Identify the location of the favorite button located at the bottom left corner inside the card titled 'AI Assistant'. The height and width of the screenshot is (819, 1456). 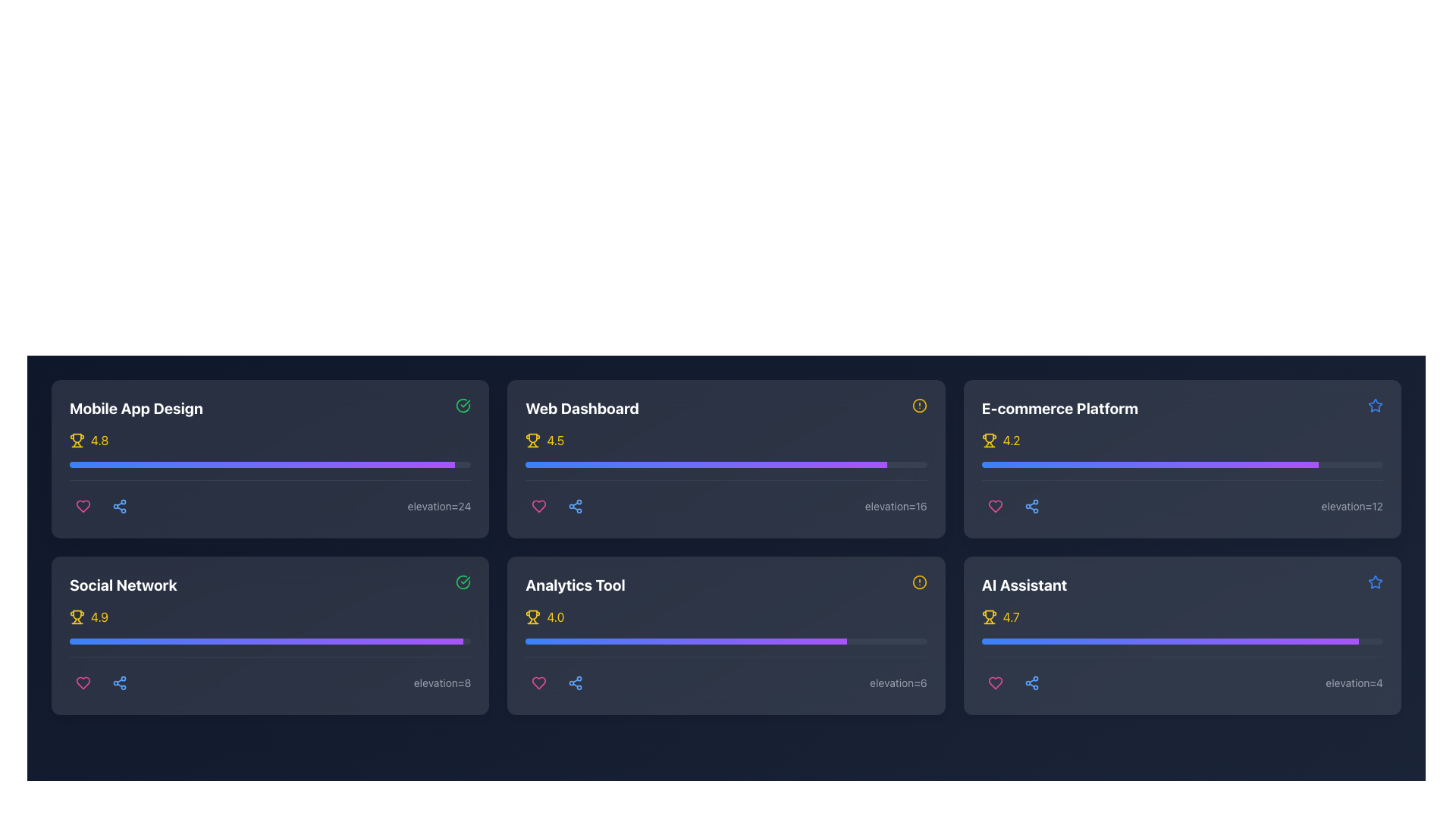
(995, 683).